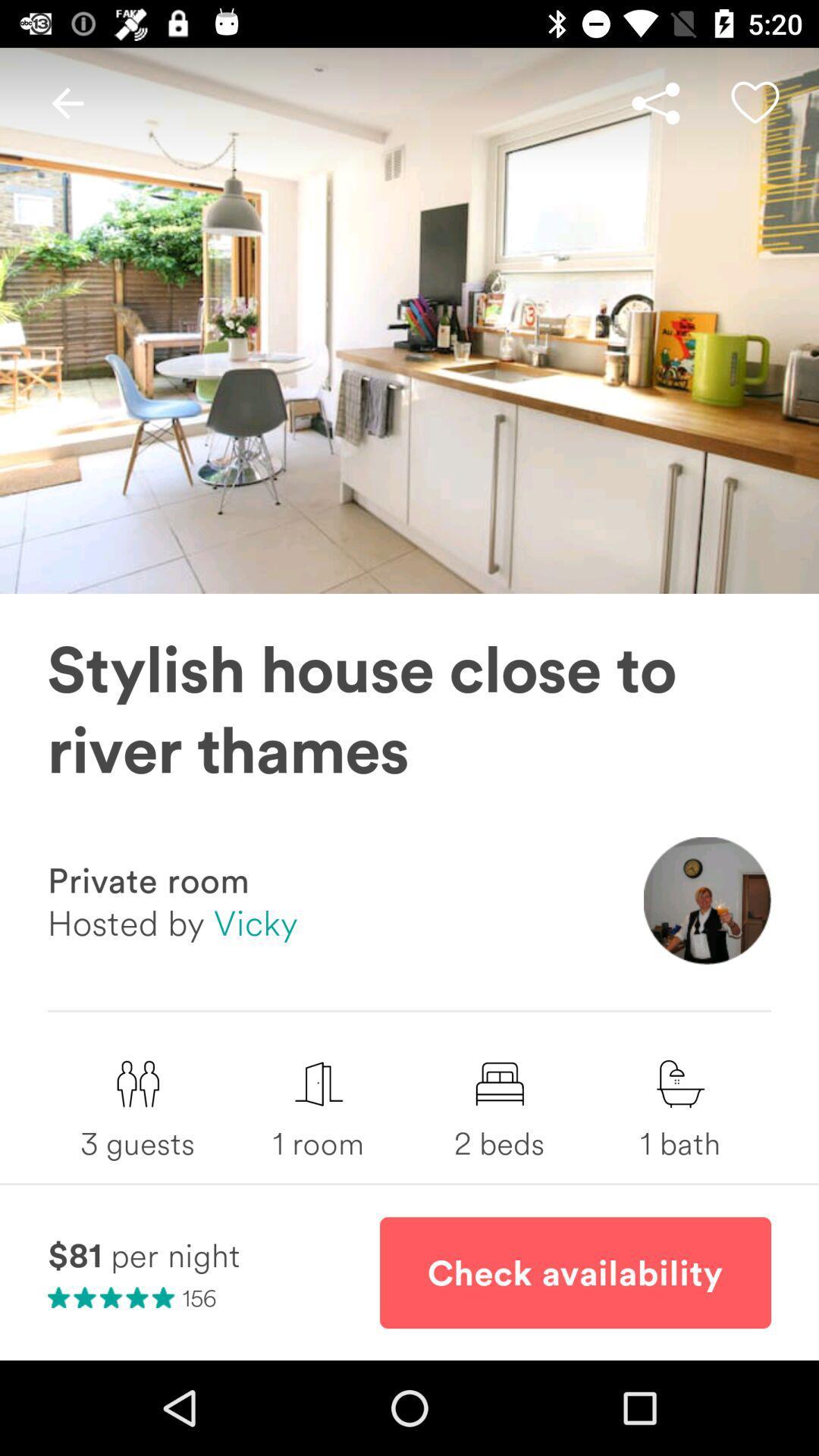 The image size is (819, 1456). I want to click on icon above stylish house close, so click(654, 102).